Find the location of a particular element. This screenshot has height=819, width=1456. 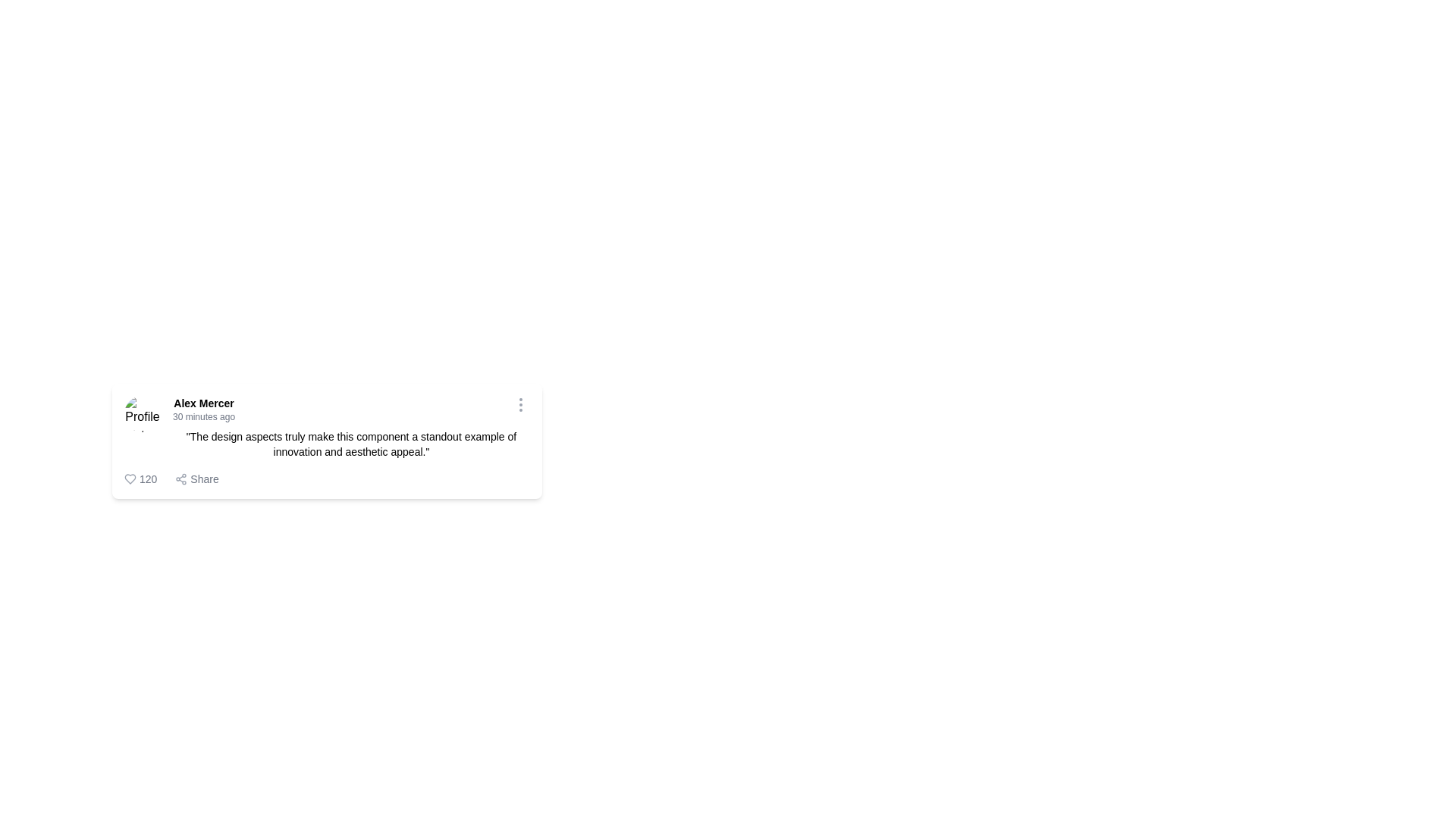

the circular profile picture representing the user 'Alex Mercer', which is located to the left of the text is located at coordinates (142, 414).